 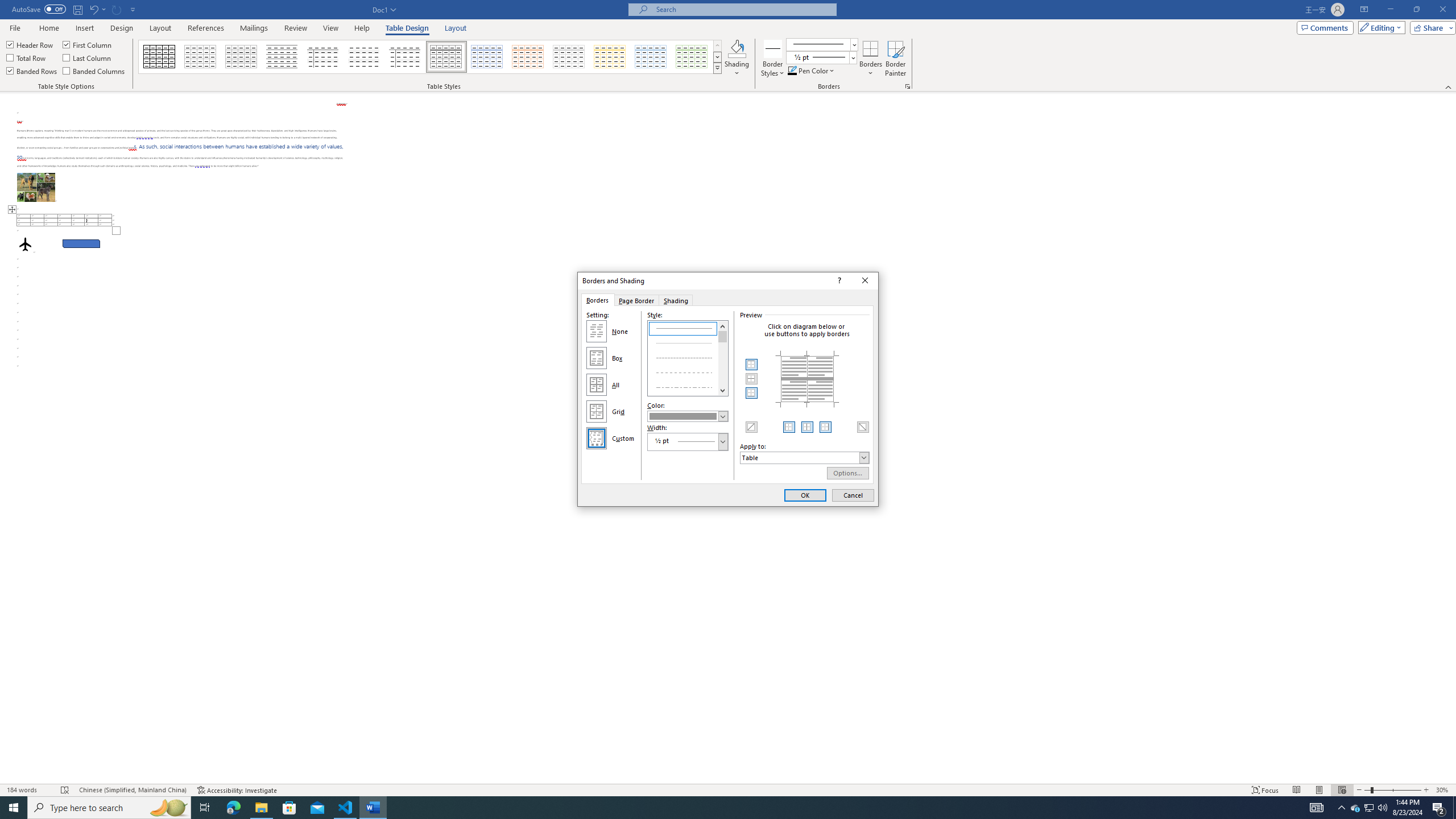 What do you see at coordinates (206, 28) in the screenshot?
I see `'References'` at bounding box center [206, 28].